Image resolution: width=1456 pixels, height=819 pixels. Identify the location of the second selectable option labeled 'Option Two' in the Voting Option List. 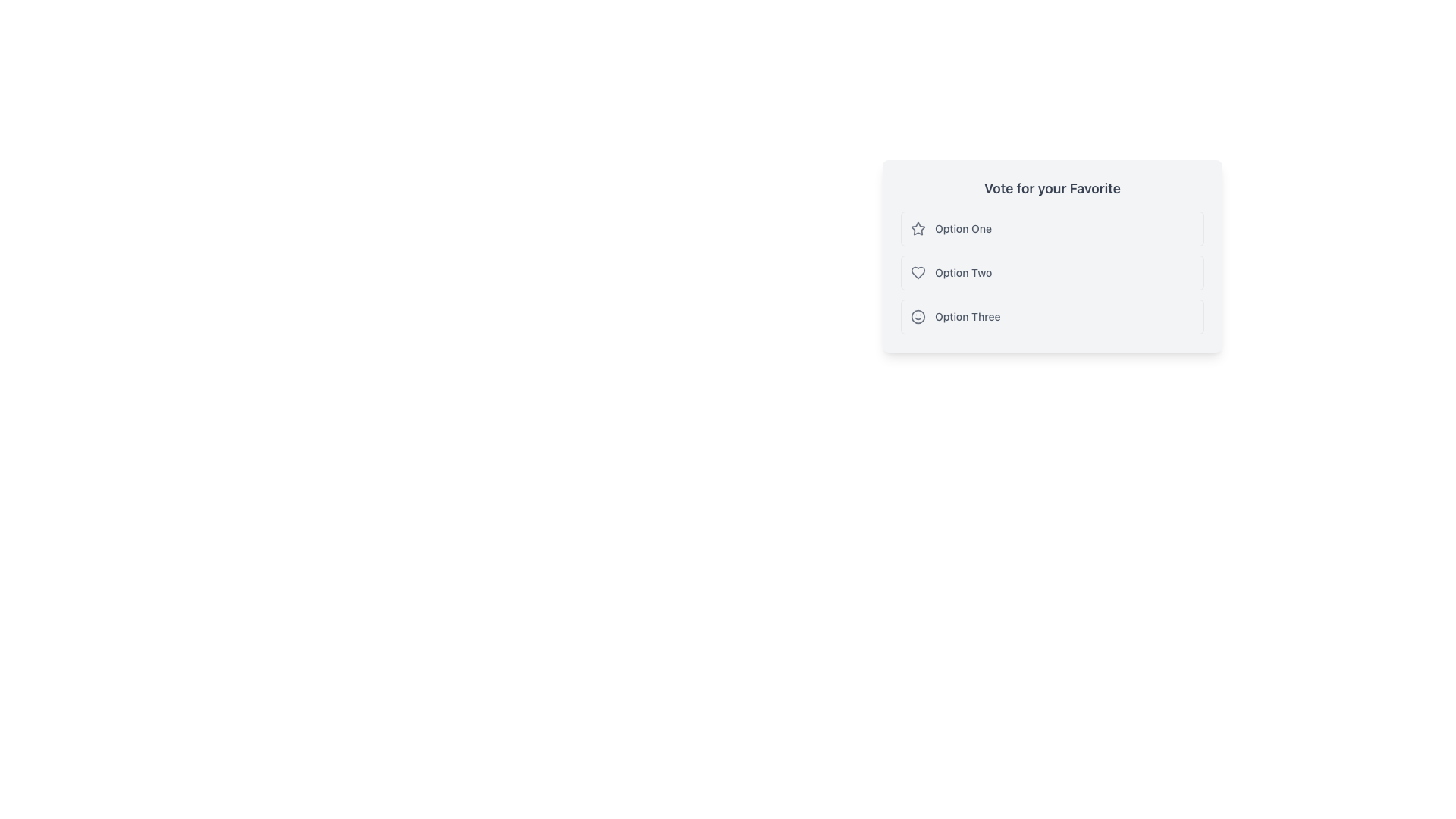
(1051, 256).